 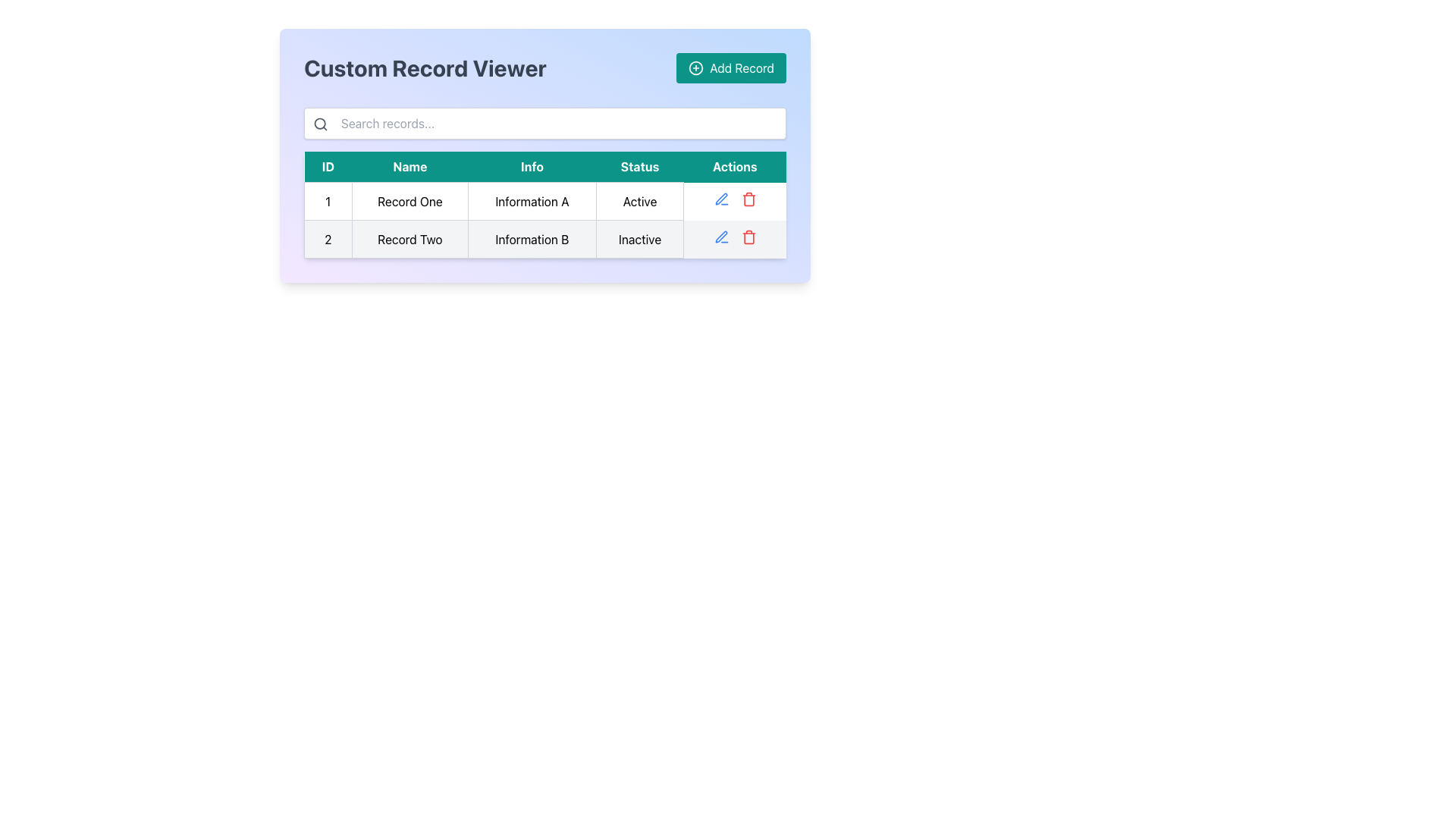 I want to click on the 'Info' label, which is a rectangular-shaped element with a white, capitalized font on a green background, positioned between the 'Name' and 'Status' labels at the top of the table, so click(x=532, y=167).